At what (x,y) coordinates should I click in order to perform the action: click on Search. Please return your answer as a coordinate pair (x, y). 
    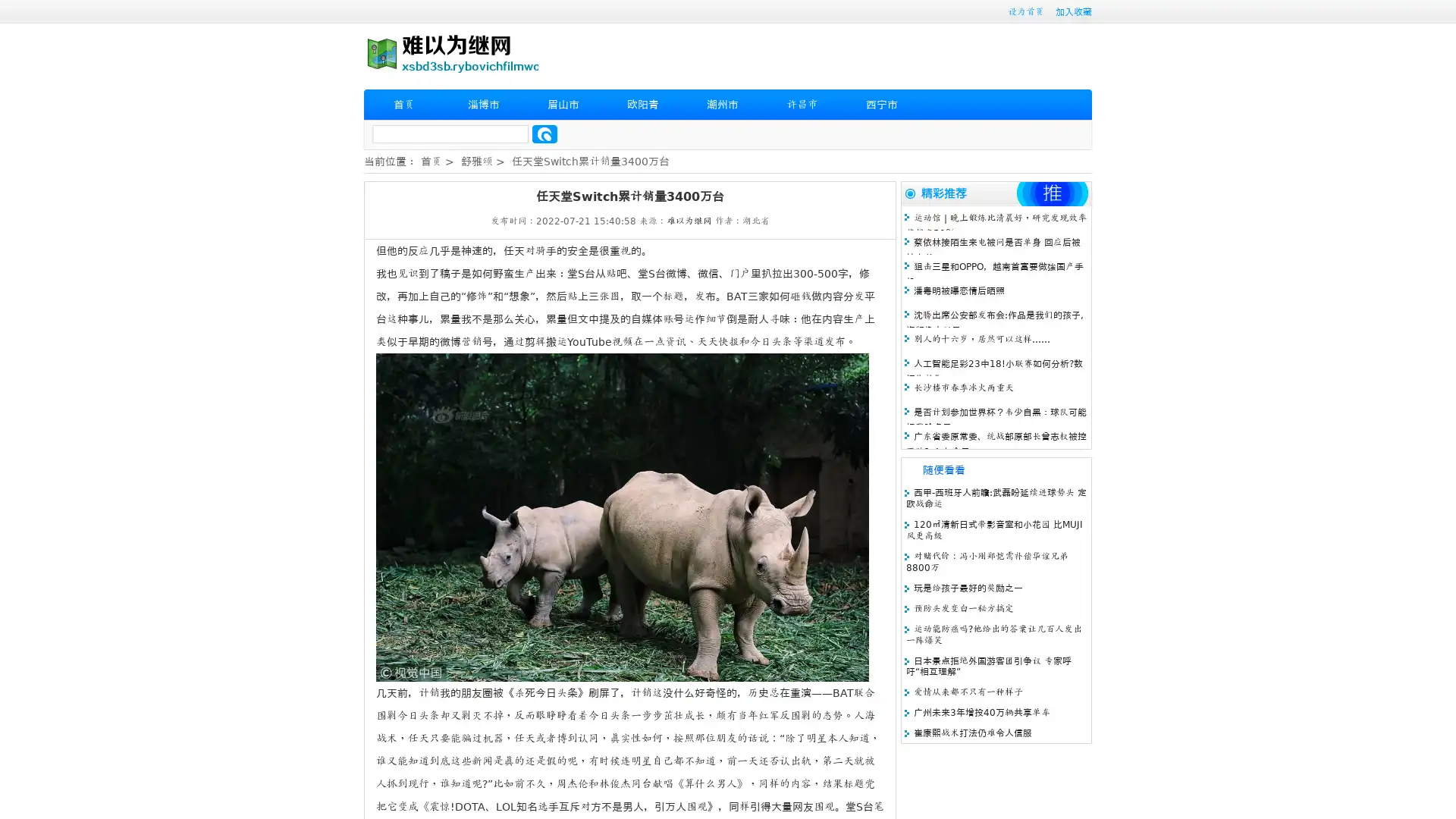
    Looking at the image, I should click on (544, 133).